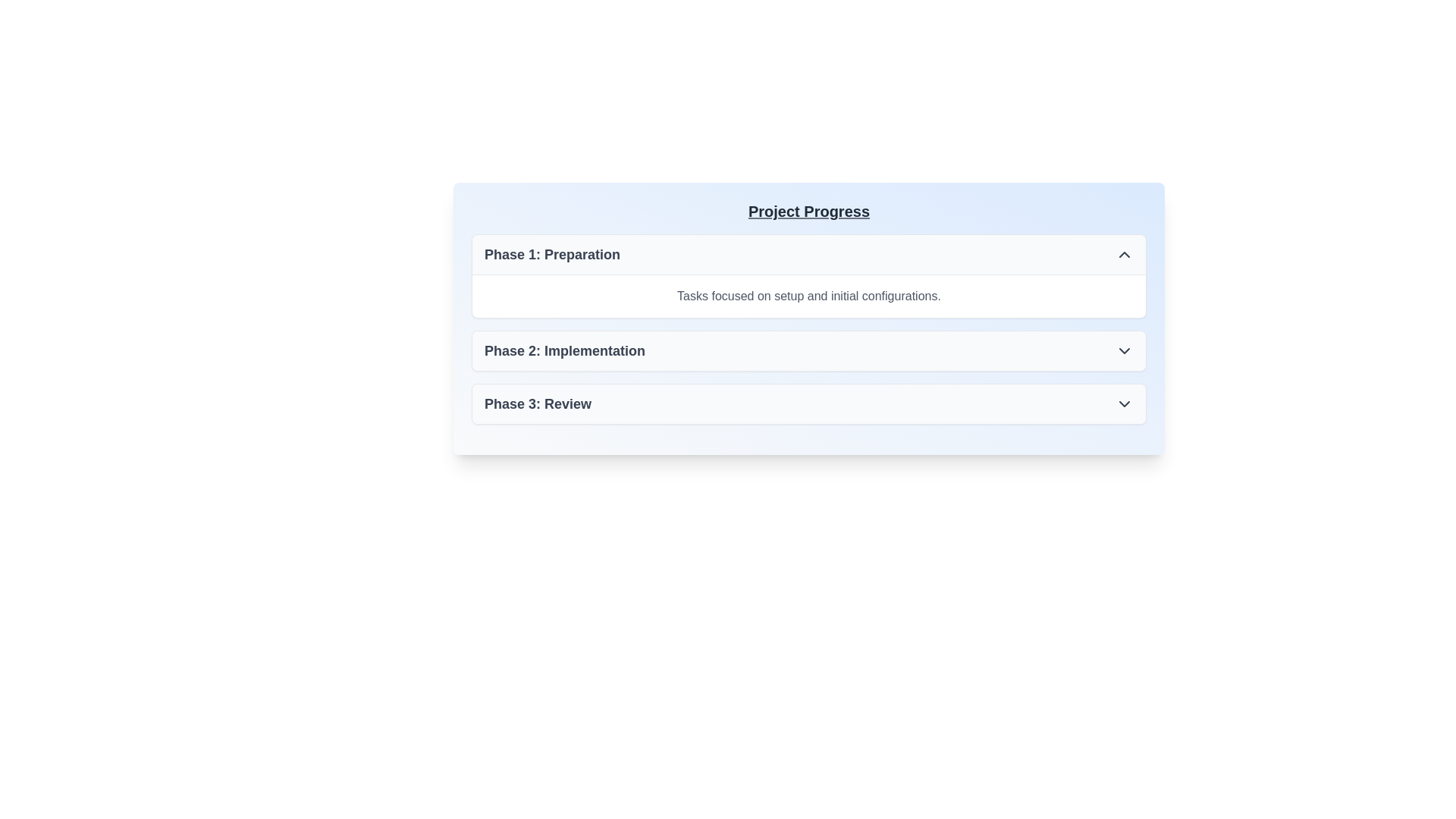  I want to click on the dropdown indicator icon located in the rightmost section of 'Phase 2: Implementation', so click(1125, 350).